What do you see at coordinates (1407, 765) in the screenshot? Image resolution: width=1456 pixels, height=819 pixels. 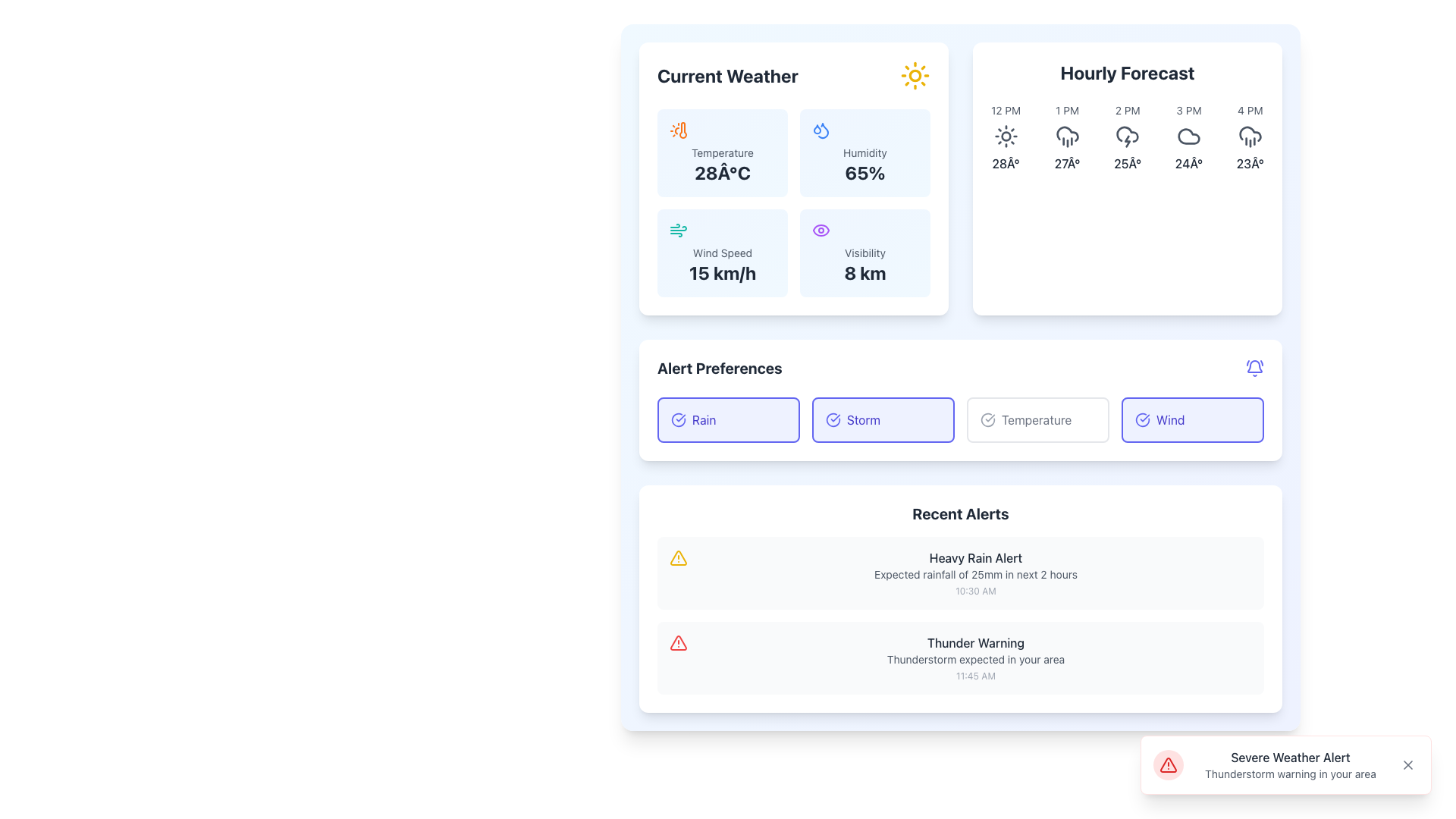 I see `the 'X' icon button located in the top-right corner of the 'Severe Weather Alert' notification card` at bounding box center [1407, 765].